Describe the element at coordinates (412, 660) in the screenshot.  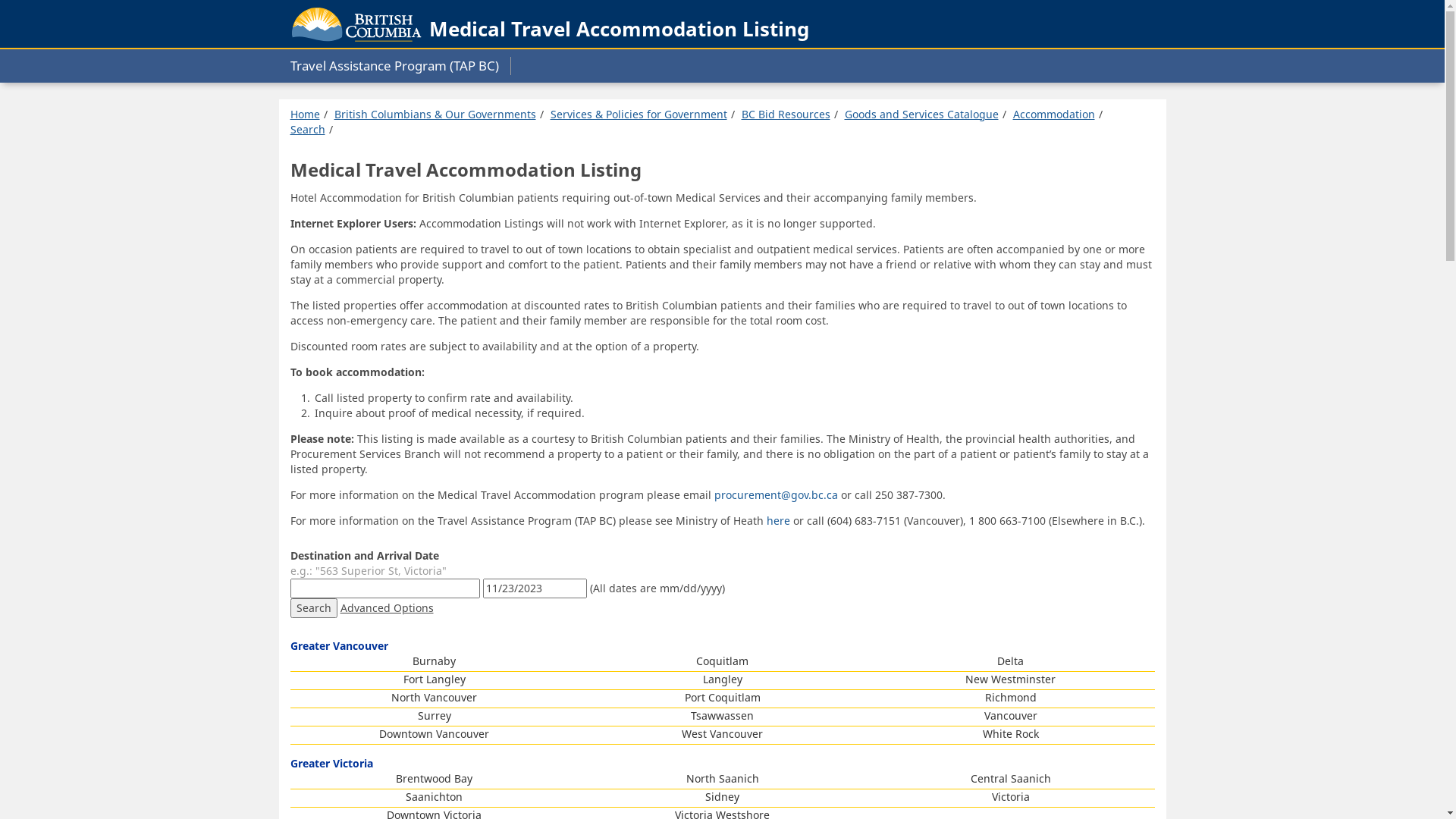
I see `'Burnaby'` at that location.